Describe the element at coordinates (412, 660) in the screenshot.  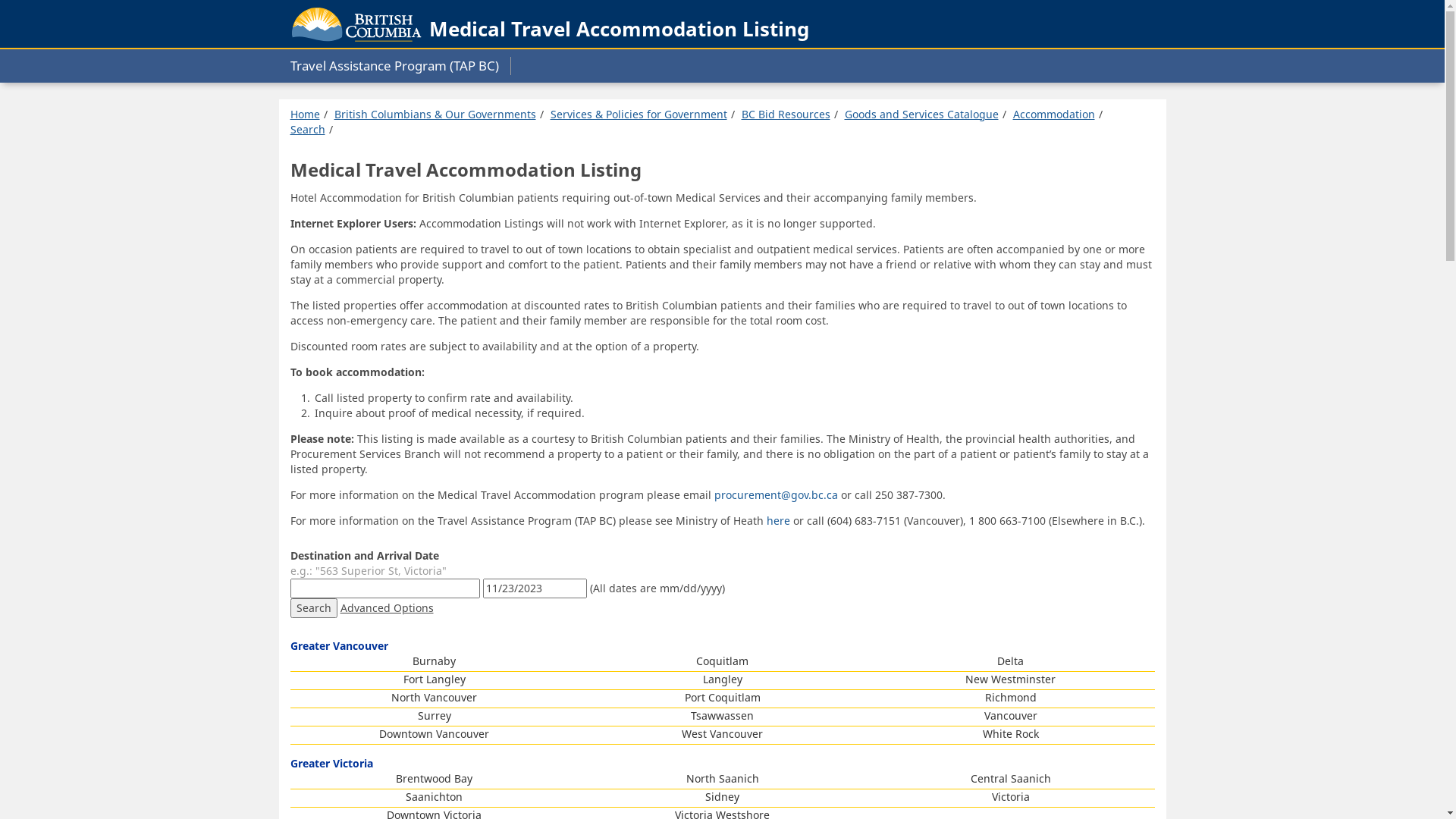
I see `'Burnaby'` at that location.